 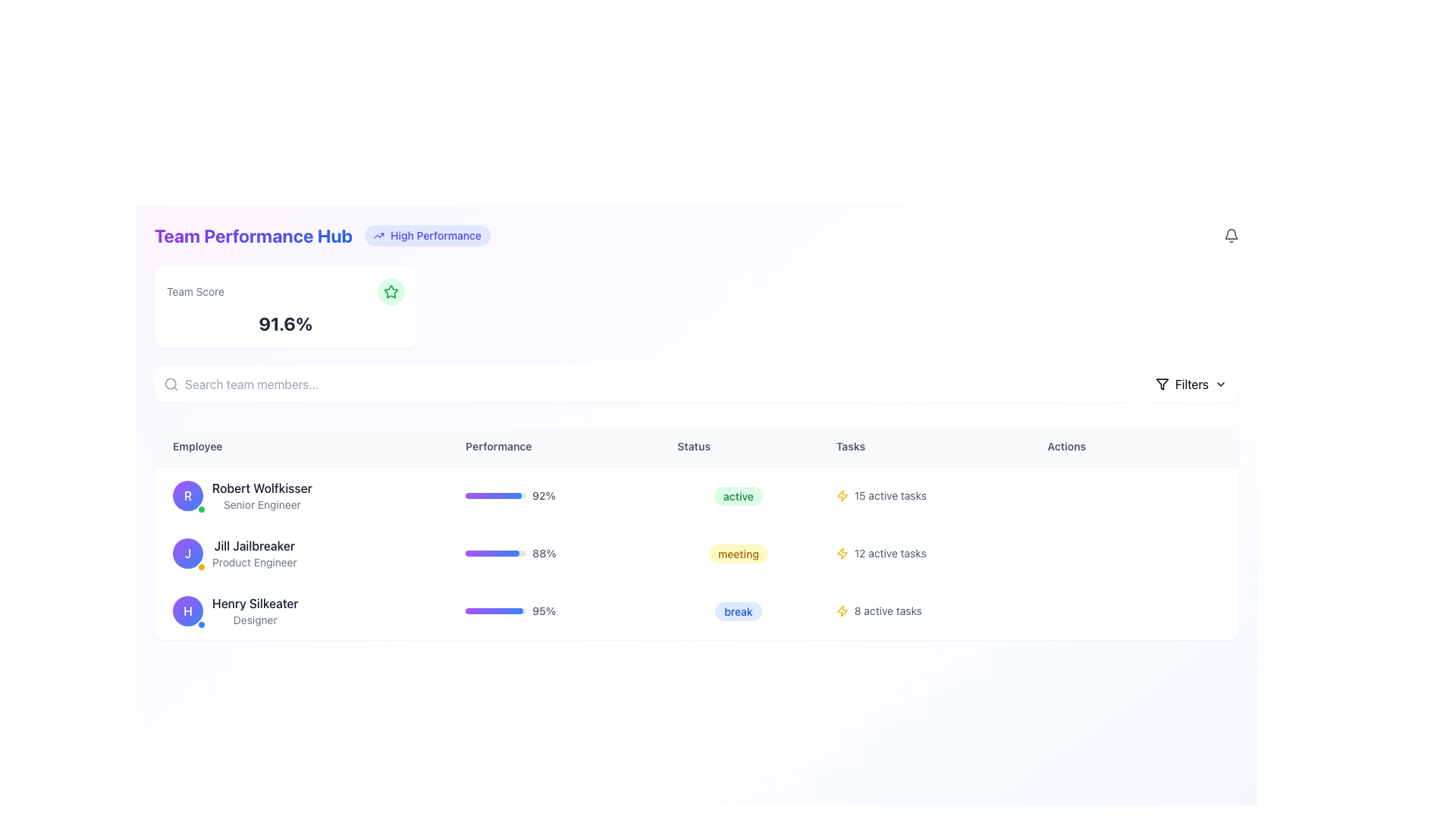 I want to click on the status indicator representing 'High Performance' located to the right of 'Team Performance Hub' in the upper central region of the page, so click(x=427, y=236).